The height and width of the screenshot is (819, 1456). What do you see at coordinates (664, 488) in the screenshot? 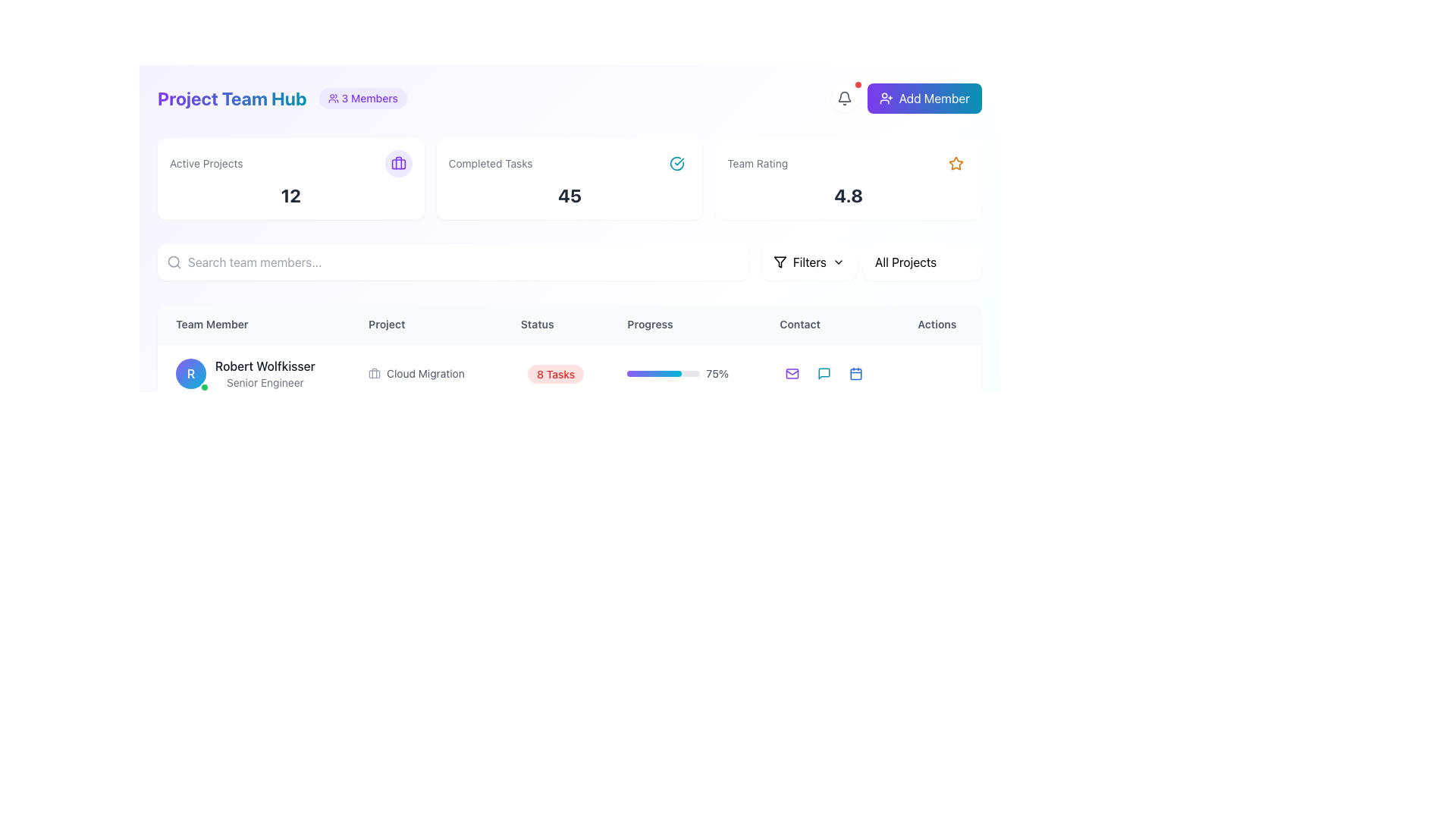
I see `the progress visually on the progress bar located in the 'Progress' column of the project management interface, associated with a team member's project information` at bounding box center [664, 488].